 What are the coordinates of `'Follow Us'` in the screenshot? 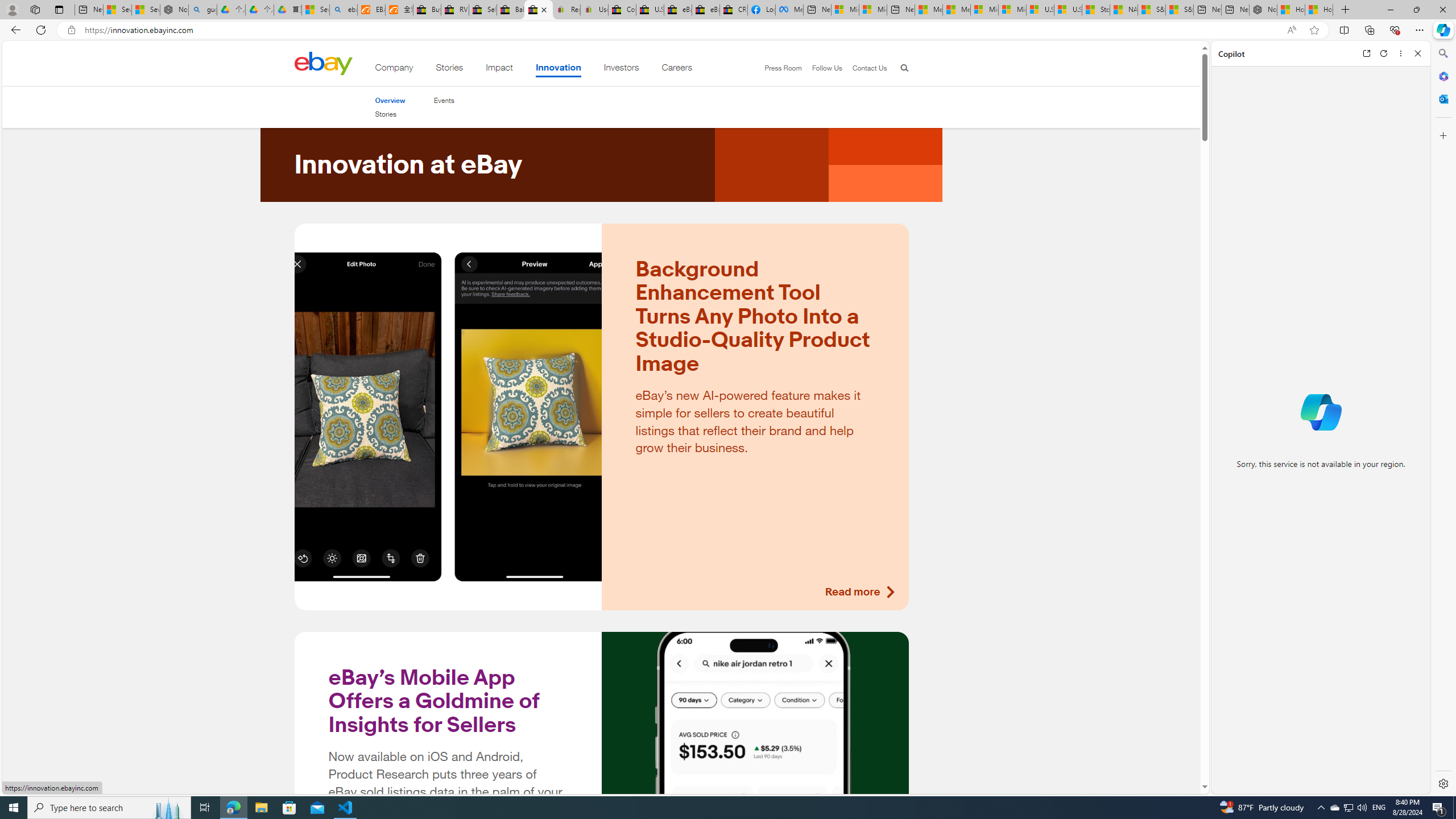 It's located at (821, 68).